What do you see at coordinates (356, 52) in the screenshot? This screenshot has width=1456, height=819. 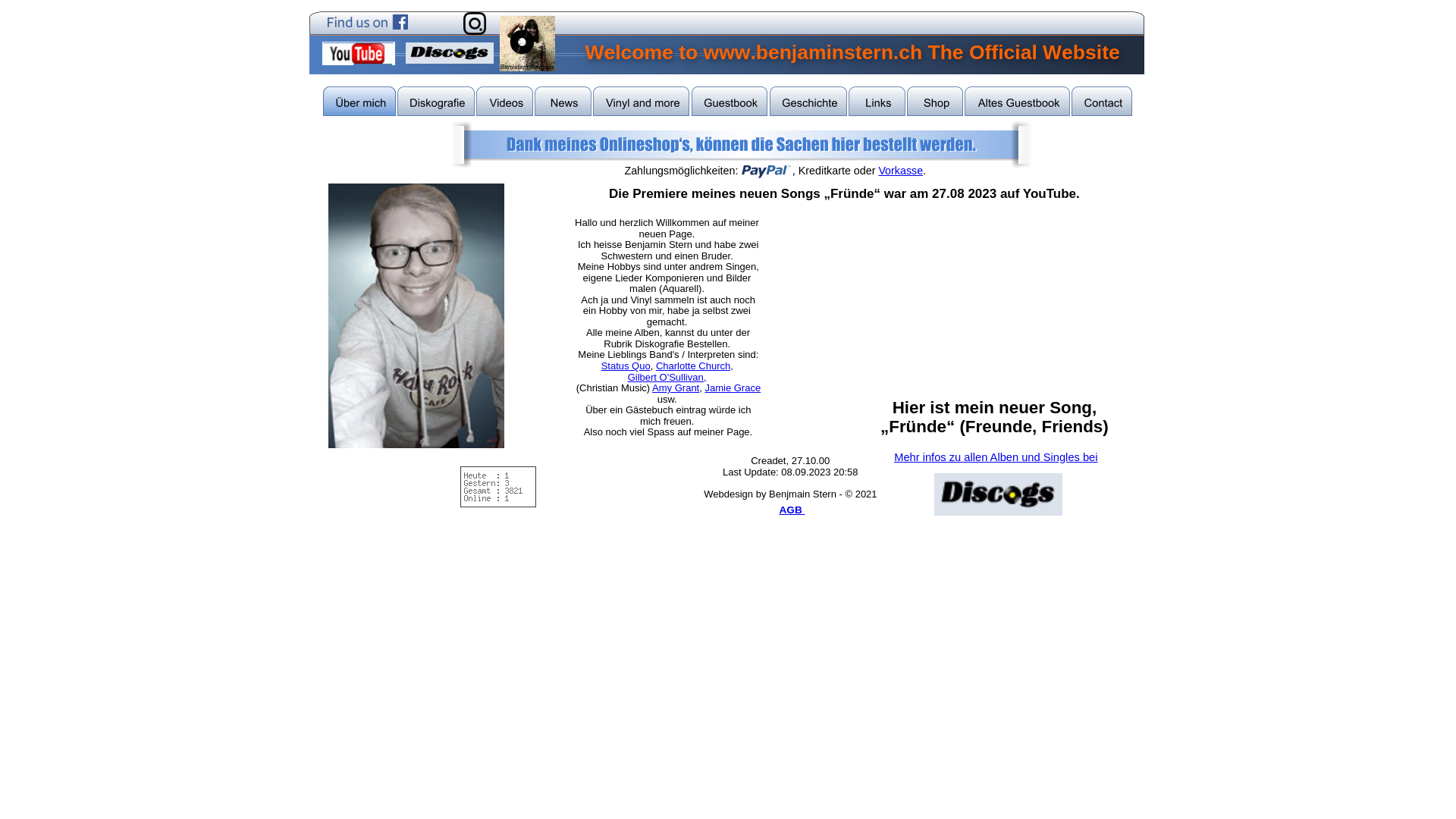 I see `'My Youtube Site'` at bounding box center [356, 52].